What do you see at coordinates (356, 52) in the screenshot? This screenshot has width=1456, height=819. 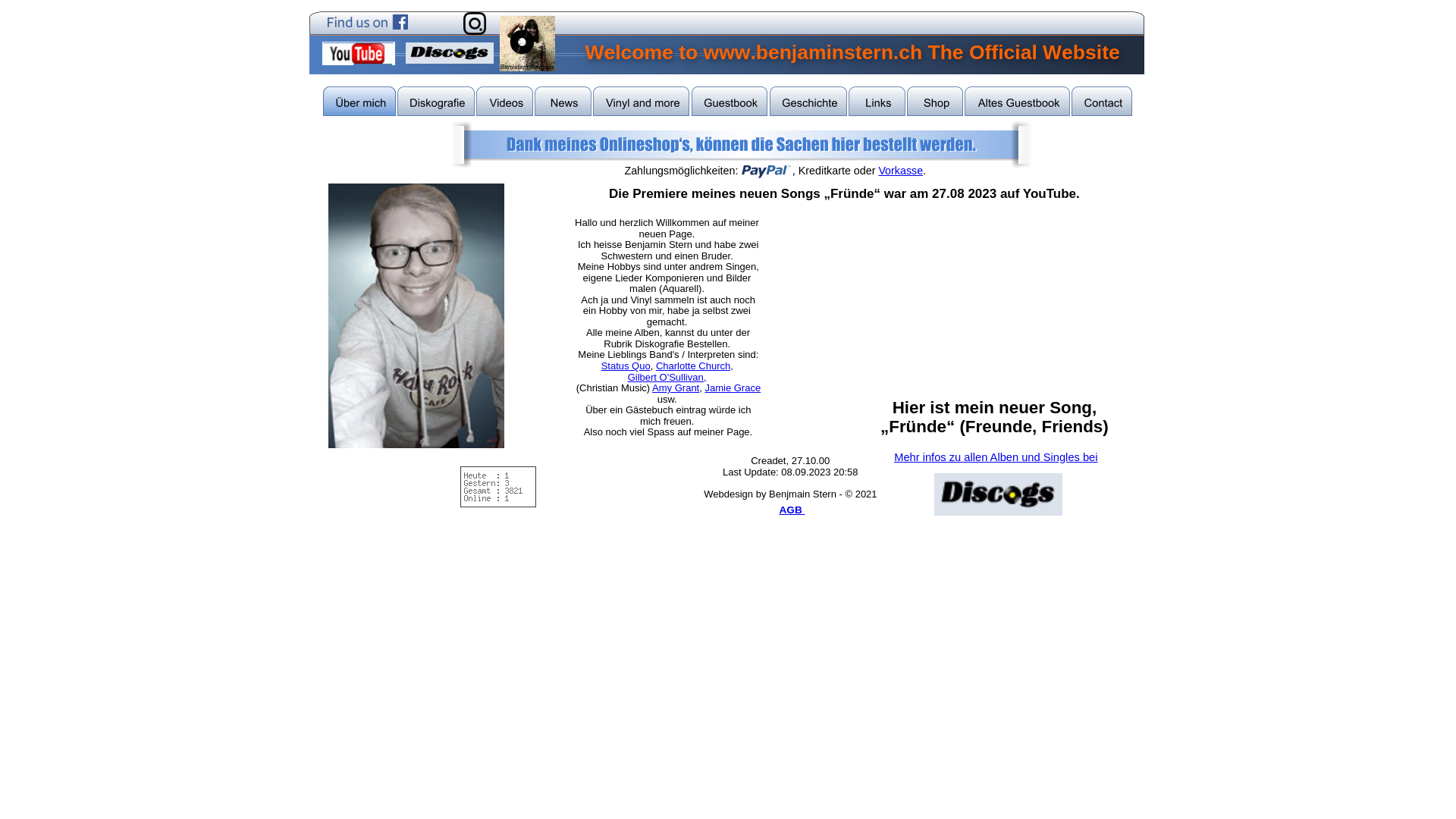 I see `'My Youtube Site'` at bounding box center [356, 52].